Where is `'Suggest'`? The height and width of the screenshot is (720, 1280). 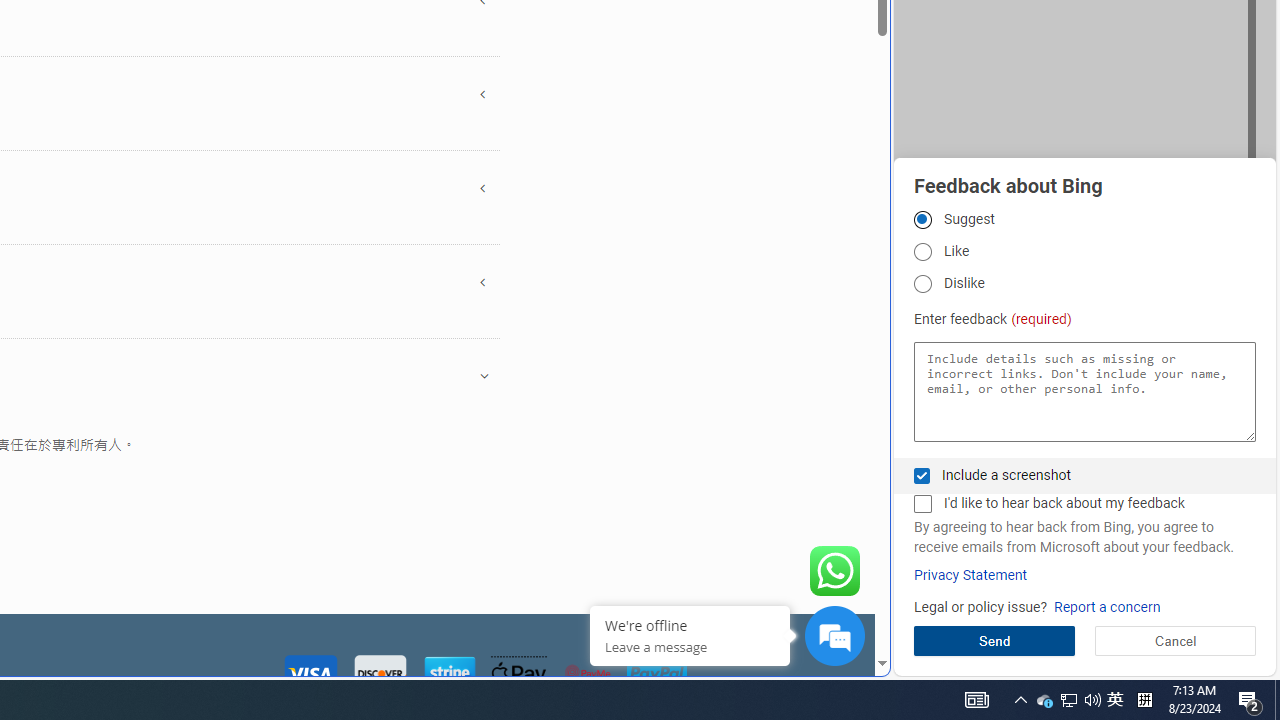
'Suggest' is located at coordinates (921, 219).